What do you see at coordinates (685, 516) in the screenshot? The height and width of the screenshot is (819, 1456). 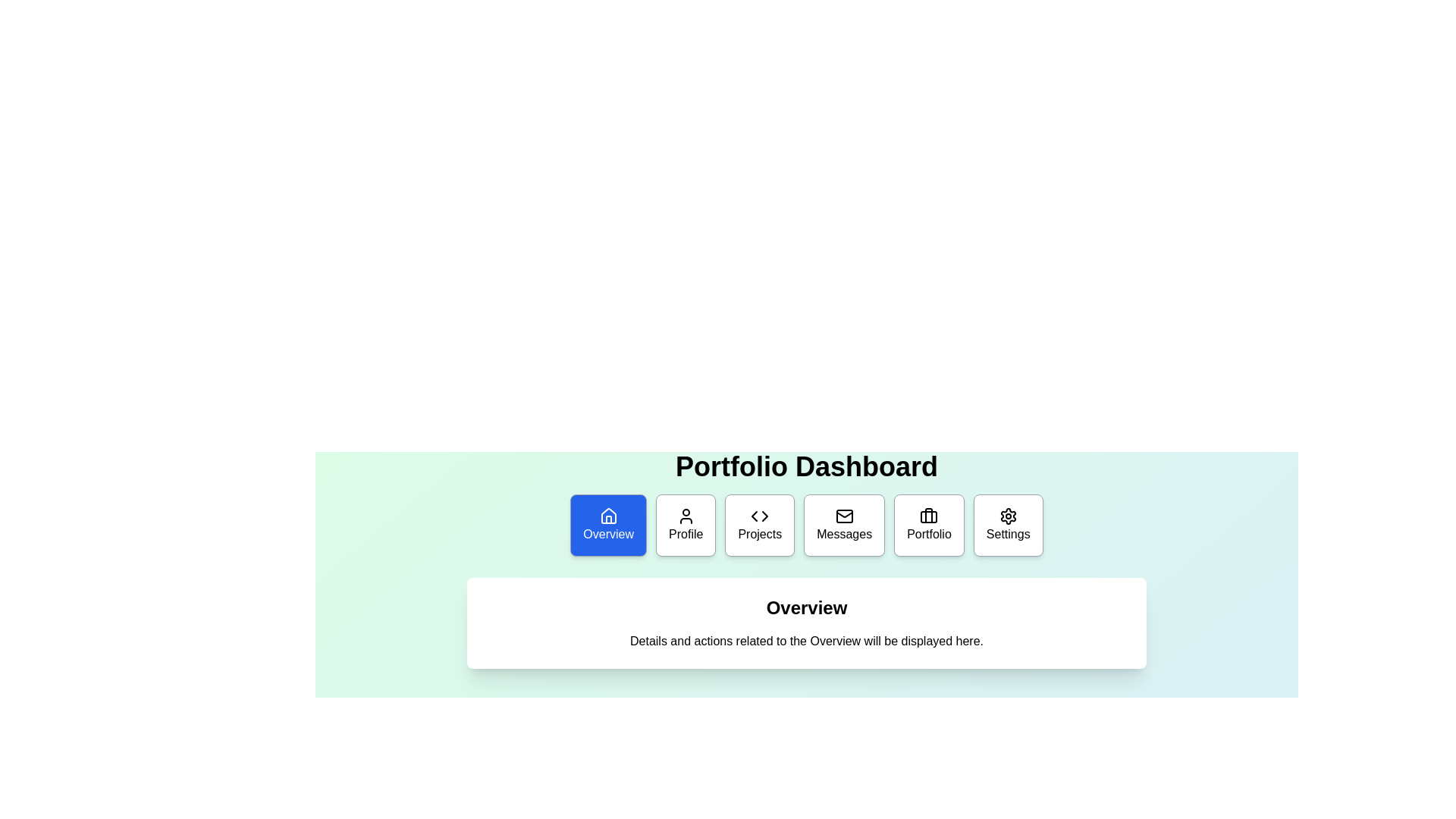 I see `the 'Profile' icon located in the second box of the menu options beneath the 'Portfolio Dashboard' title` at bounding box center [685, 516].